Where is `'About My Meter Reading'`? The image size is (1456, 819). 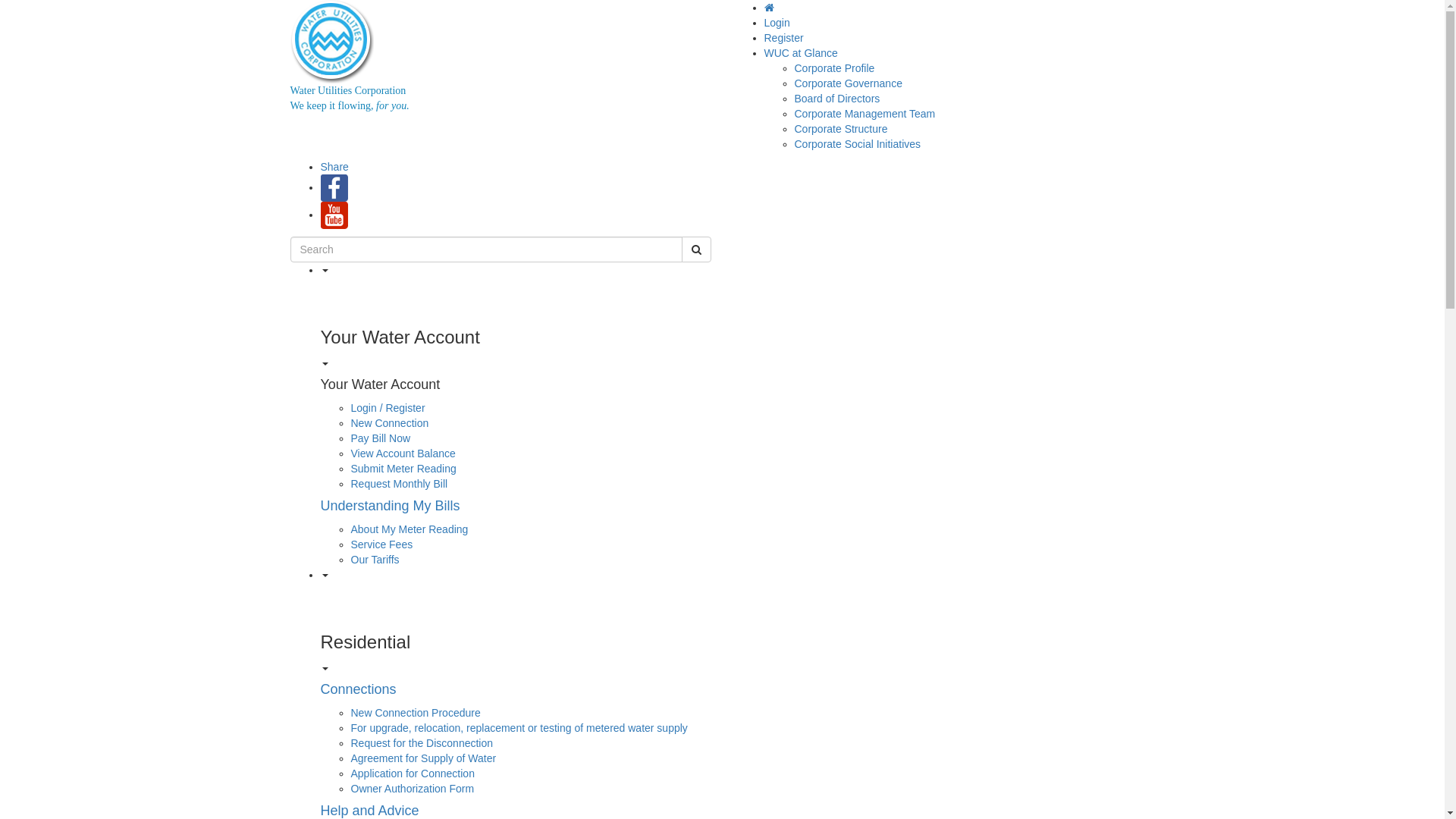
'About My Meter Reading' is located at coordinates (409, 529).